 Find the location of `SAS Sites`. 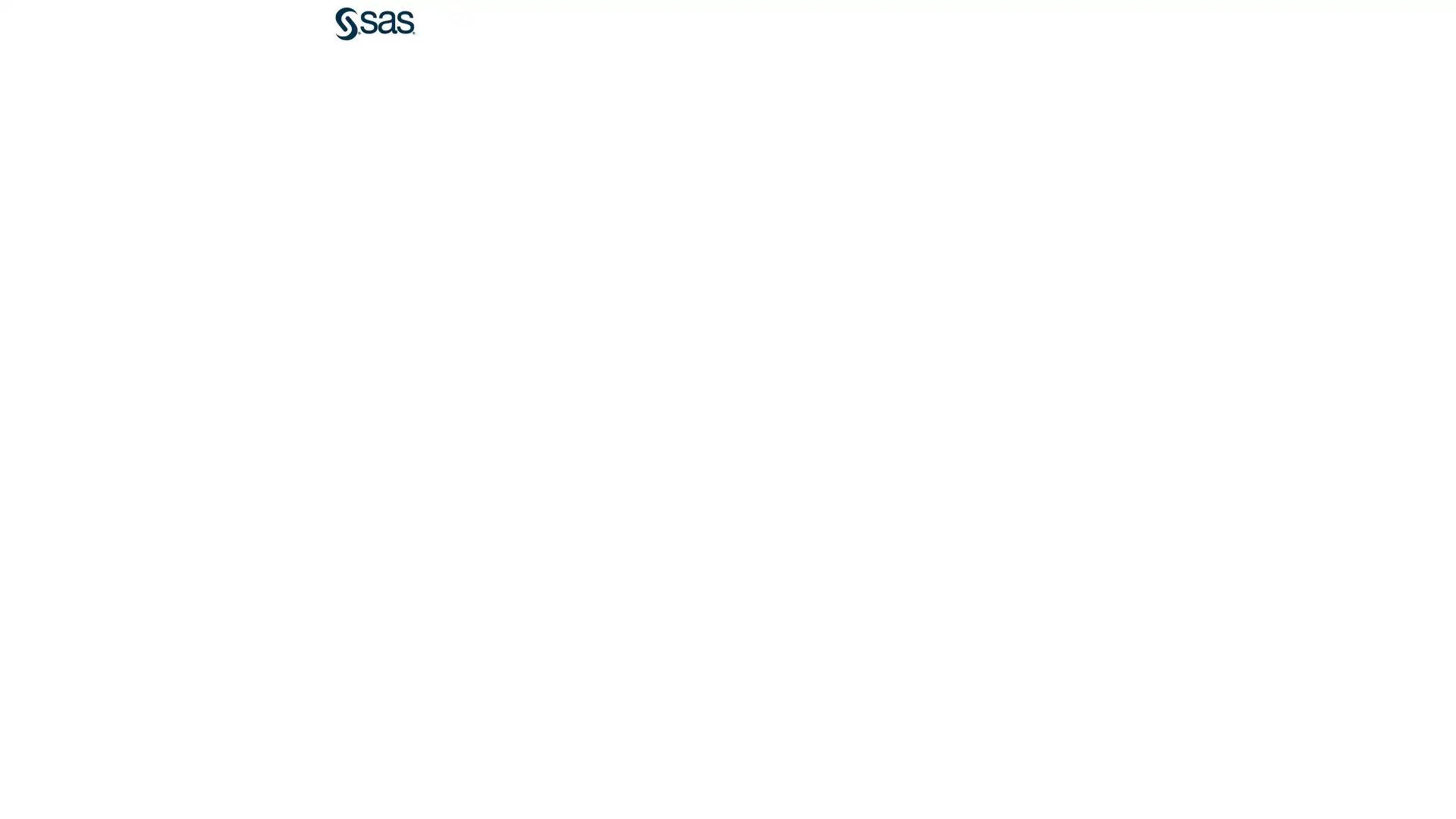

SAS Sites is located at coordinates (1130, 24).